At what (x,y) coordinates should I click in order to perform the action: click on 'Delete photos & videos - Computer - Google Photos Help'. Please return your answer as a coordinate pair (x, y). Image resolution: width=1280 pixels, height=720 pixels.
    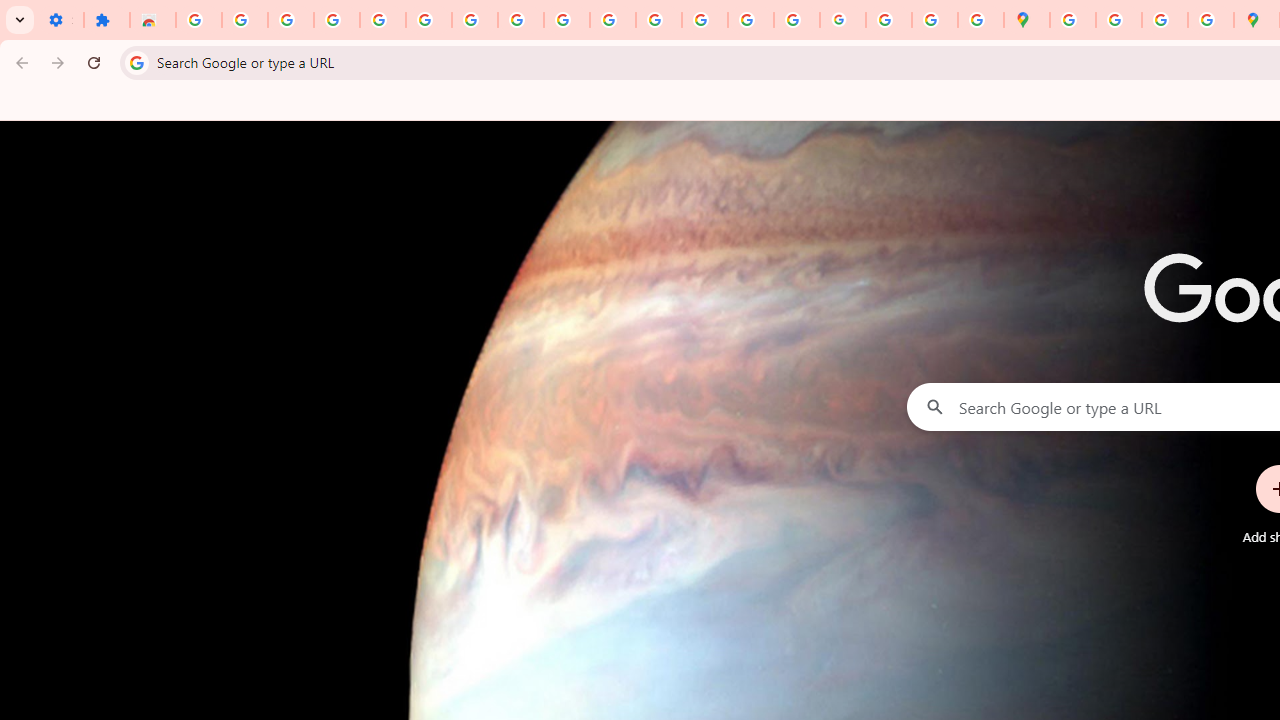
    Looking at the image, I should click on (289, 20).